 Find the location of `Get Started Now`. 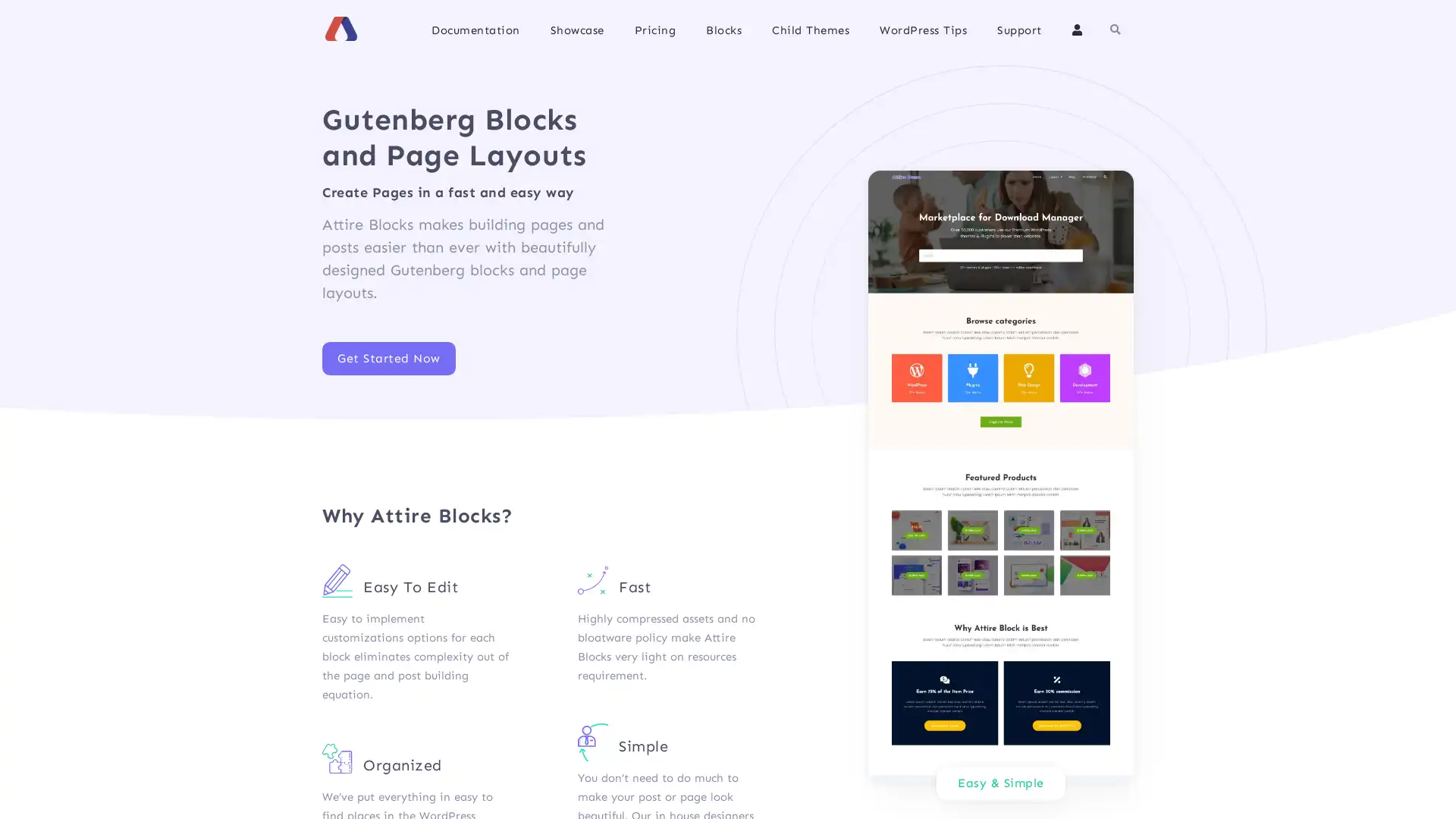

Get Started Now is located at coordinates (388, 359).